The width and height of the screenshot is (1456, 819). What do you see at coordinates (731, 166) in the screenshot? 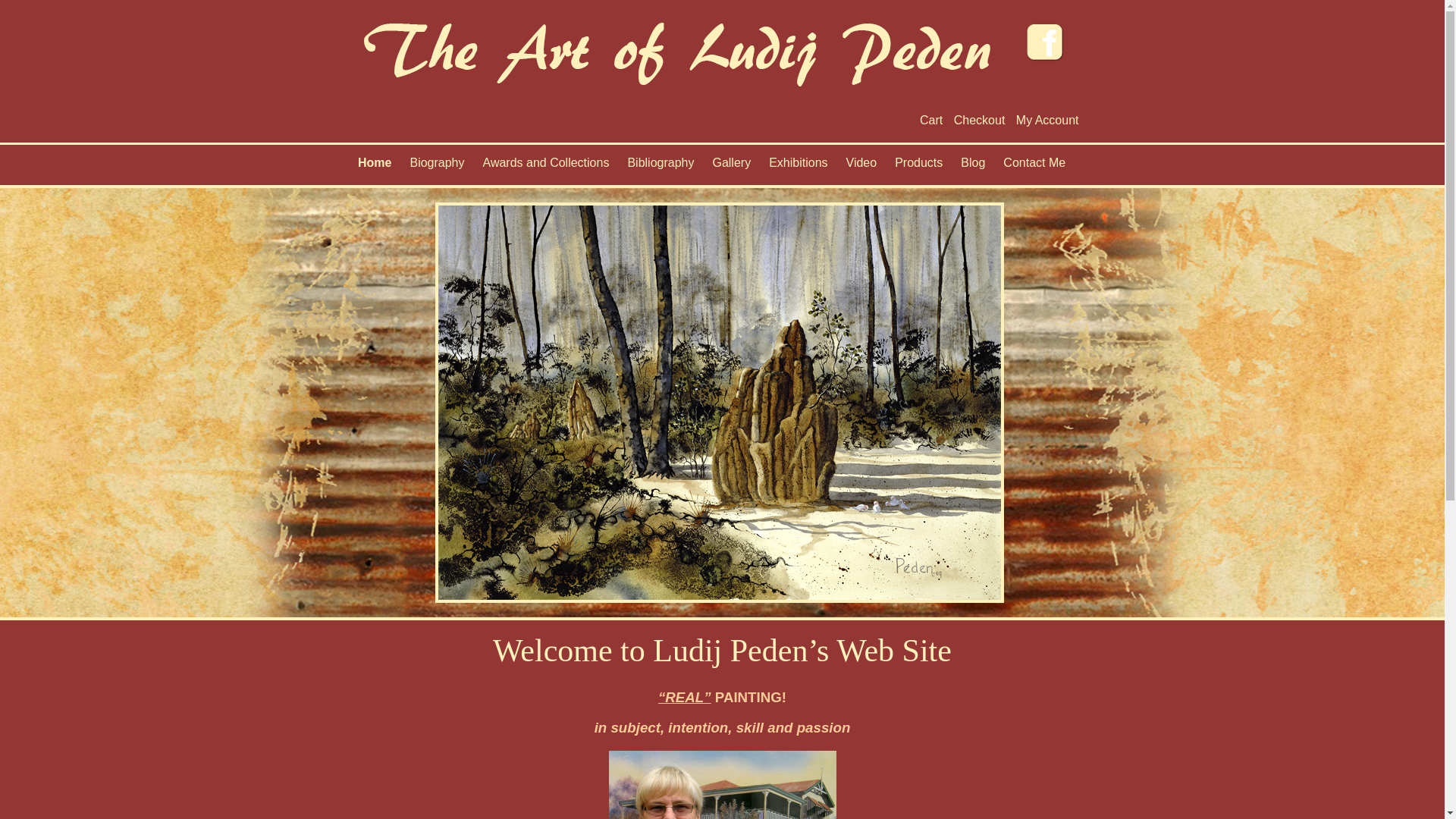
I see `'Gallery'` at bounding box center [731, 166].